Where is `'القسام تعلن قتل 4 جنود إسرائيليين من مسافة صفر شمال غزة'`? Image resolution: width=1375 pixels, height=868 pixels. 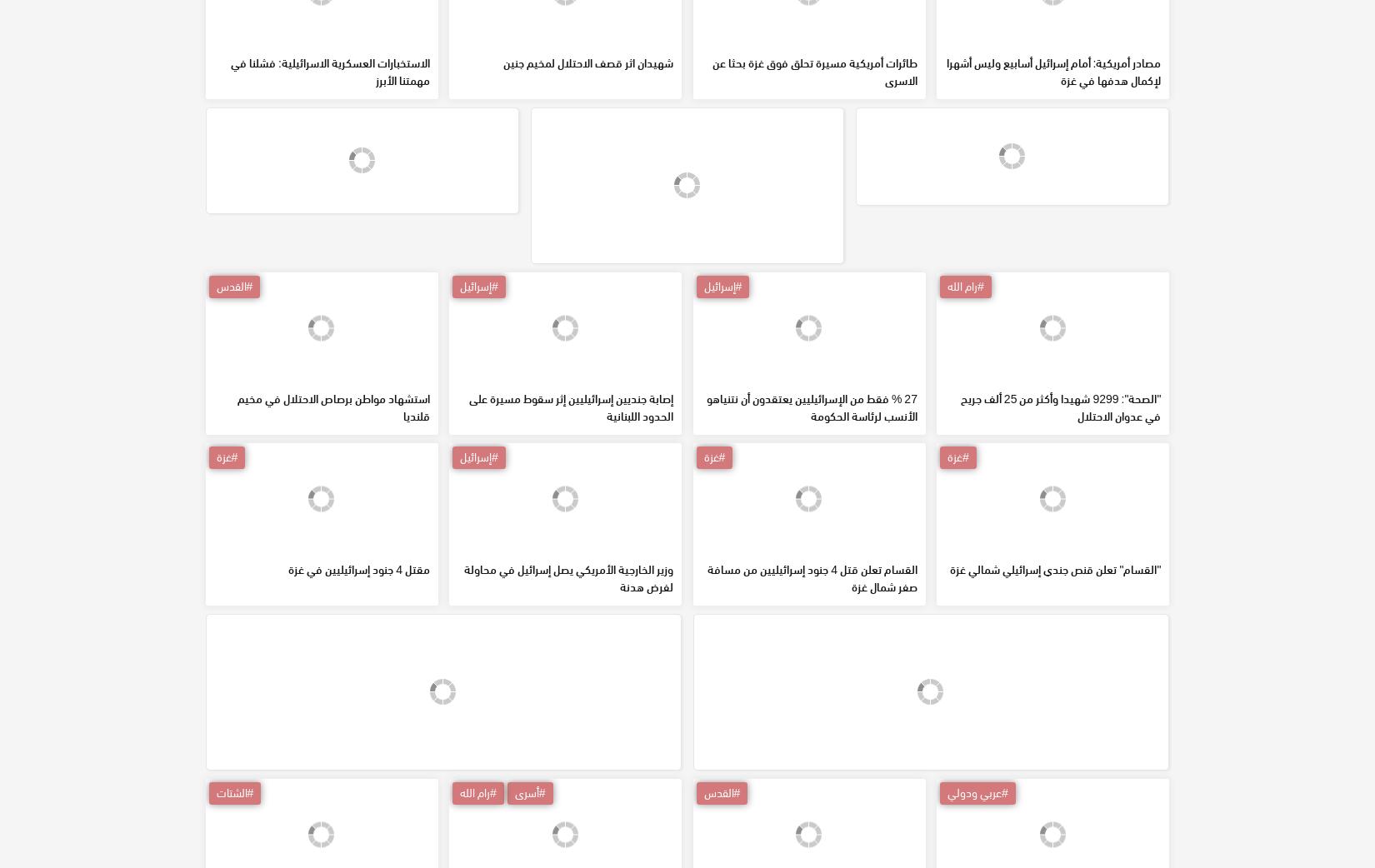
'القسام تعلن قتل 4 جنود إسرائيليين من مسافة صفر شمال غزة' is located at coordinates (812, 697).